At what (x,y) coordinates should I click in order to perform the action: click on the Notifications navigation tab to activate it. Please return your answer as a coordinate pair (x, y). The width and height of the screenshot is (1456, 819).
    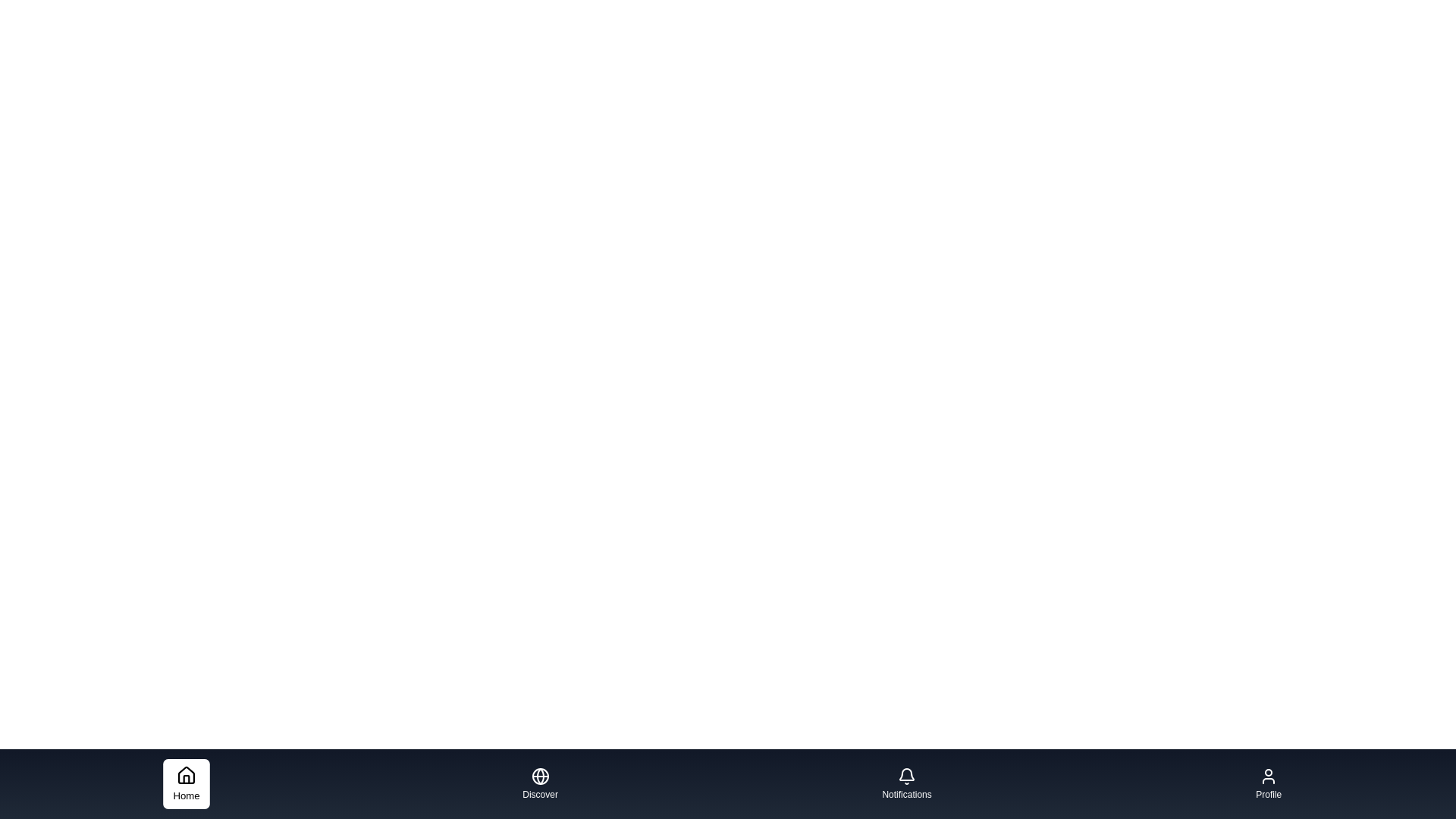
    Looking at the image, I should click on (906, 783).